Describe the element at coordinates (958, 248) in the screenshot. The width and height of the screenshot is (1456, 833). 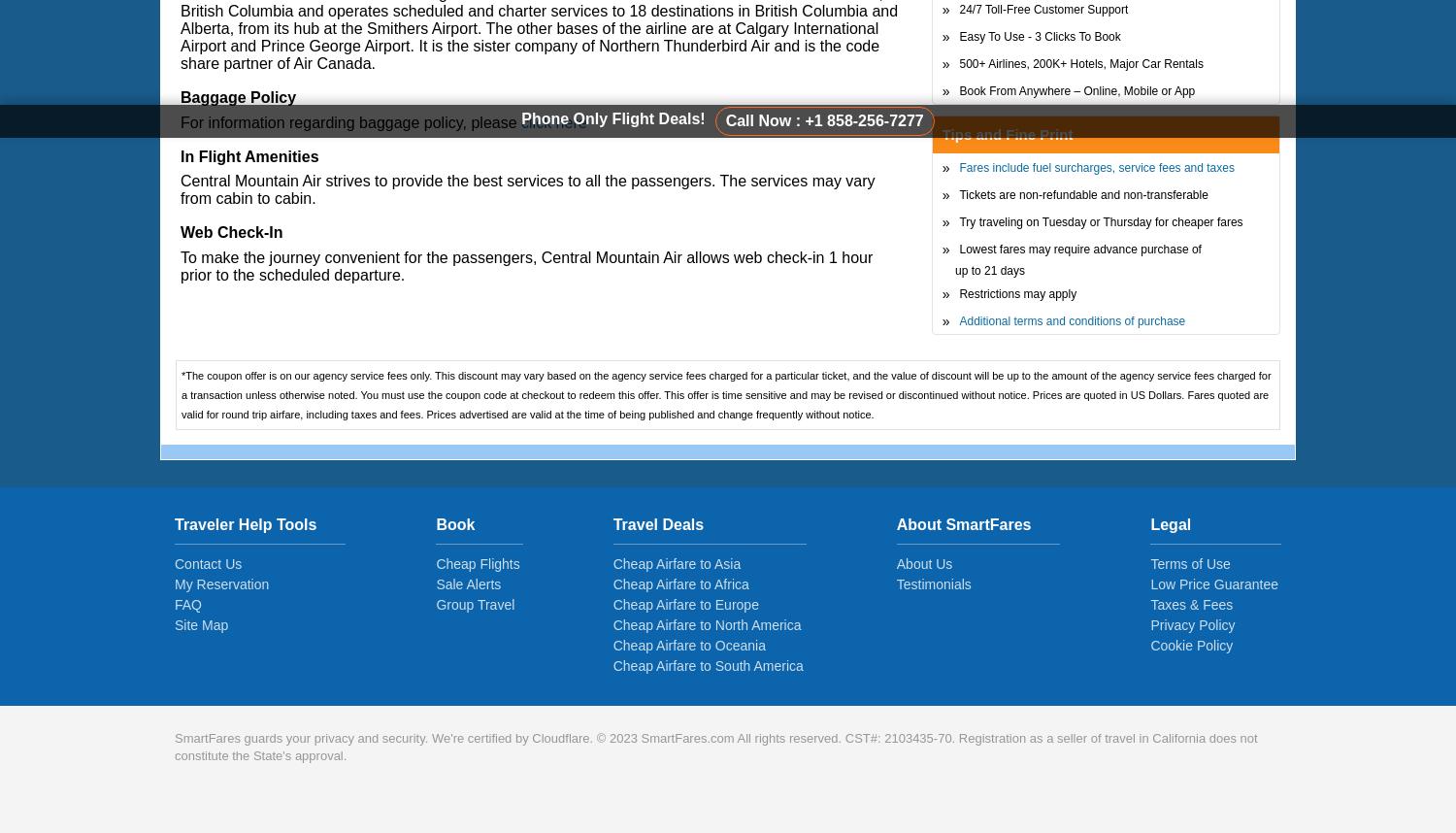
I see `'Lowest fares may require advance purchase of'` at that location.